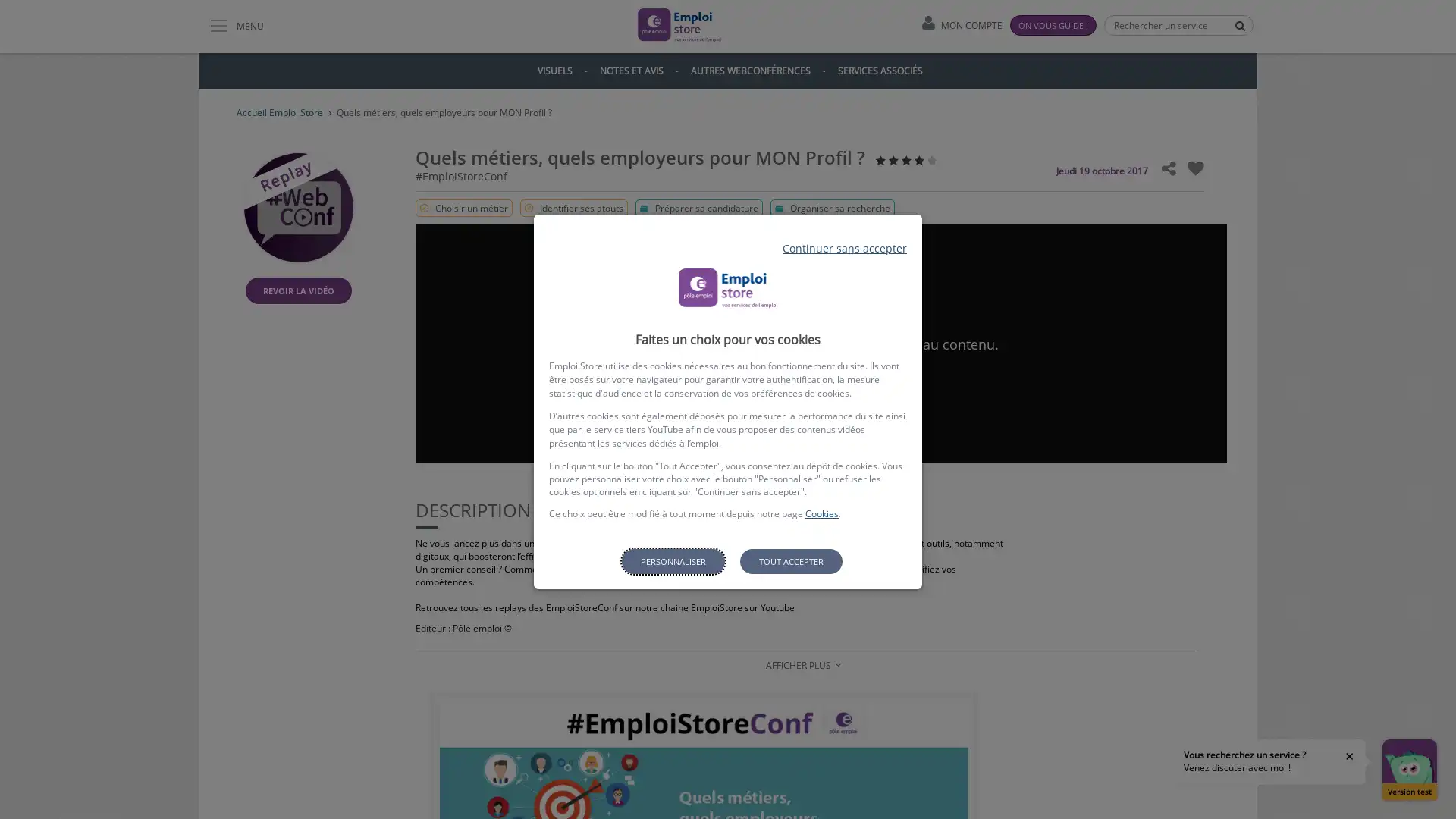 The image size is (1456, 819). What do you see at coordinates (672, 561) in the screenshot?
I see `Personnaliser les parametres de confidentialite` at bounding box center [672, 561].